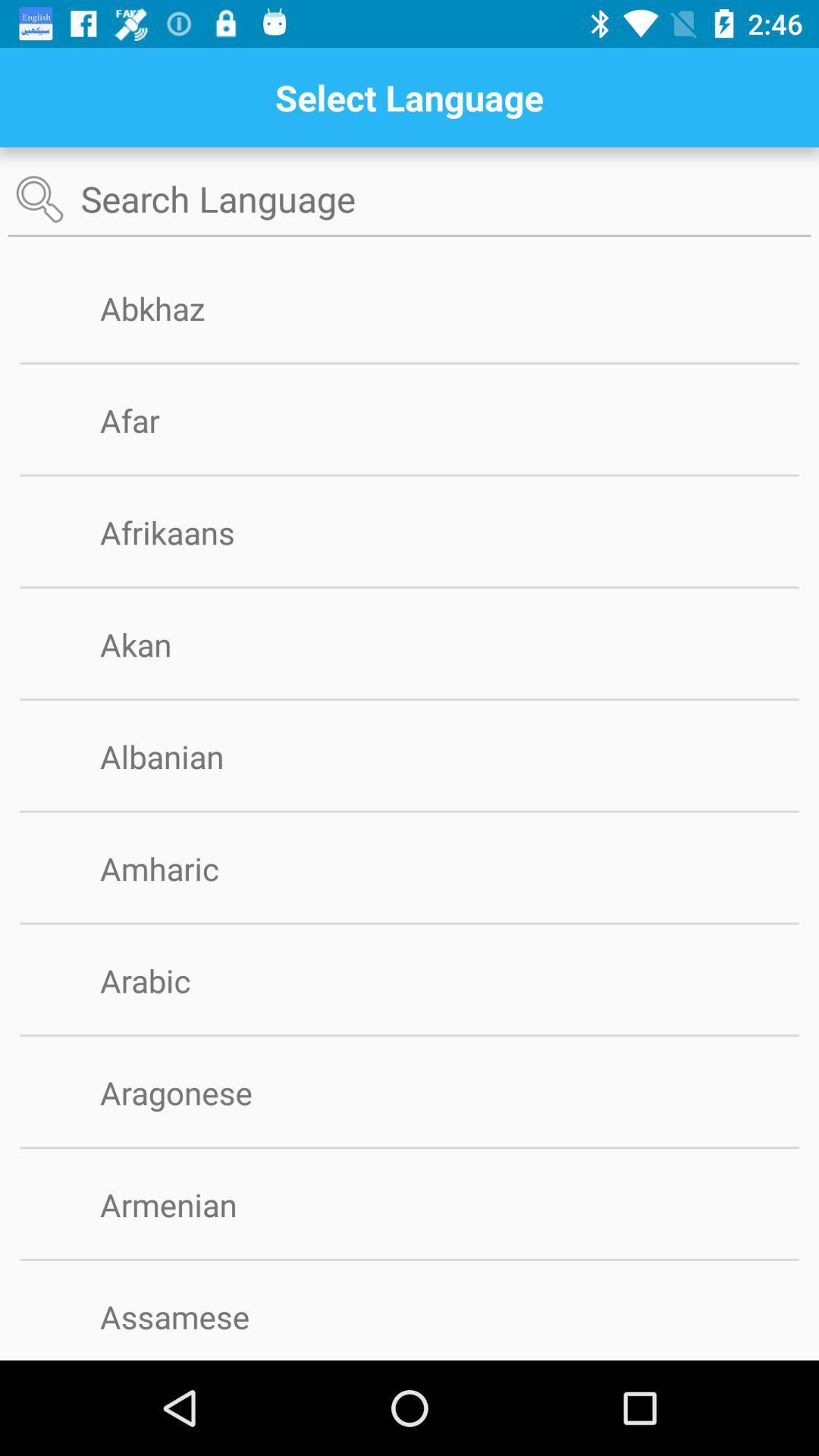 The image size is (819, 1456). I want to click on language option, so click(409, 199).